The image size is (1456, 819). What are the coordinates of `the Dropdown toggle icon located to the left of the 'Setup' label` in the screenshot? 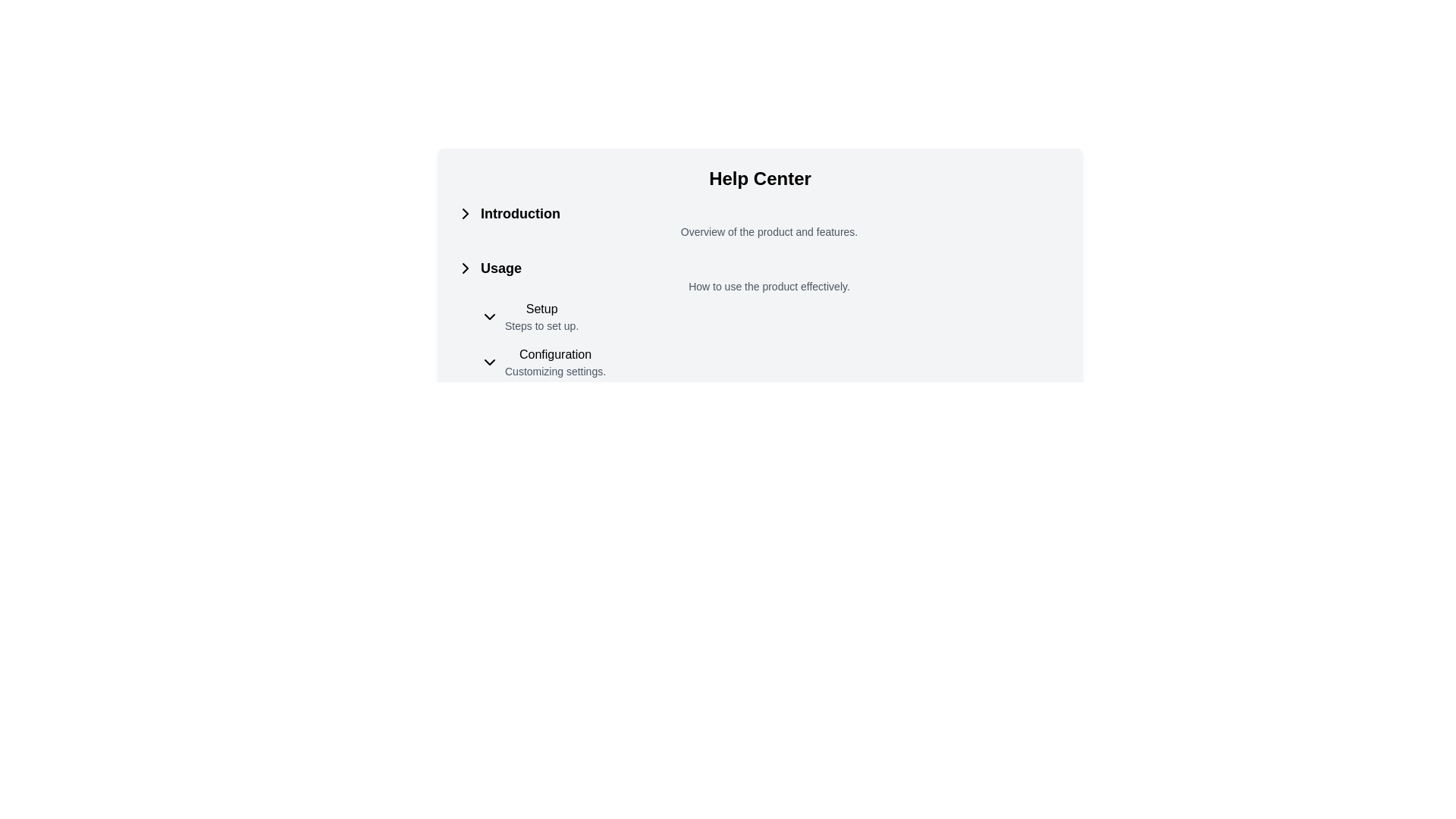 It's located at (490, 315).